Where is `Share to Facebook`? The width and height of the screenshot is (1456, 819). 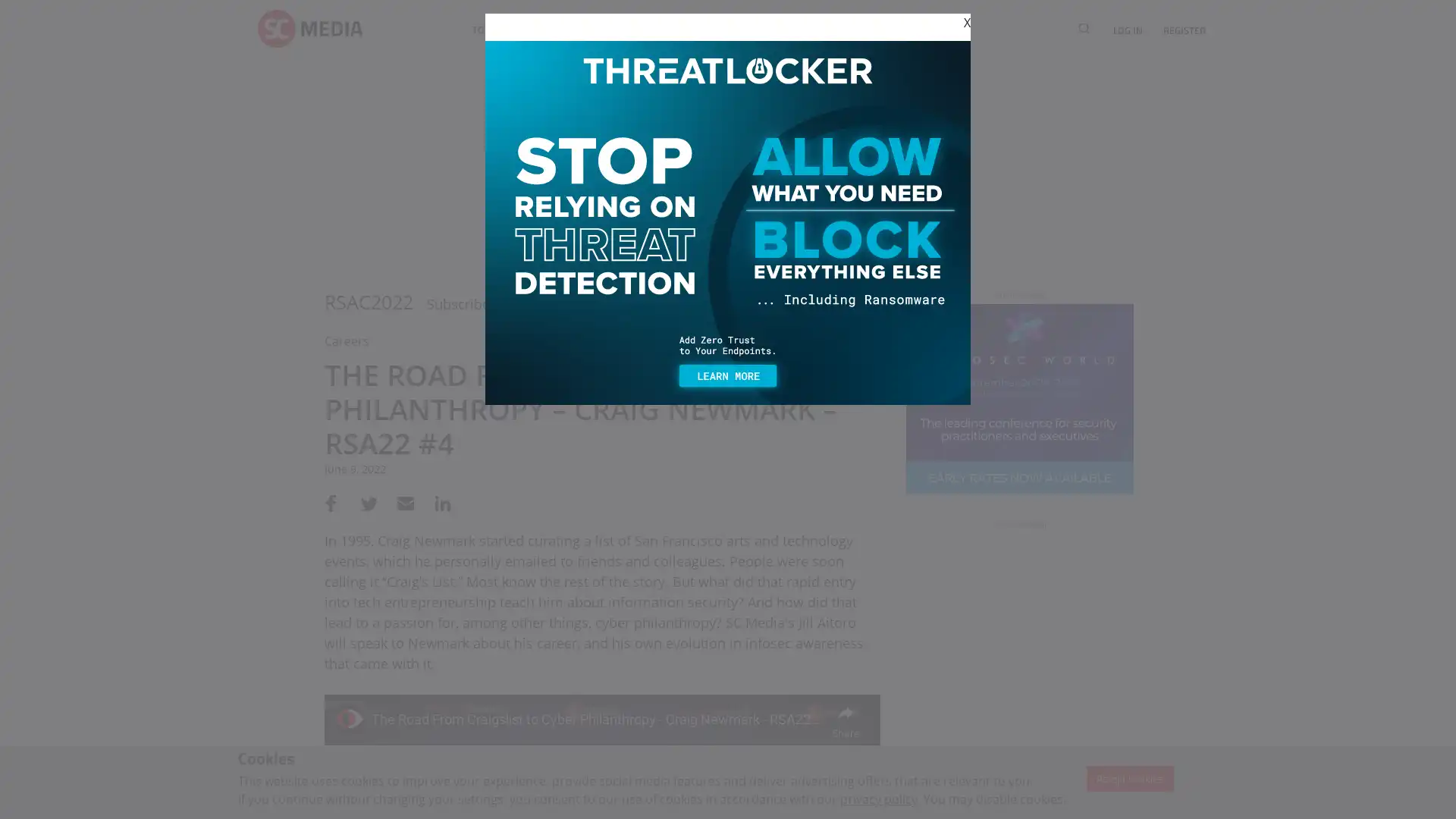
Share to Facebook is located at coordinates (330, 503).